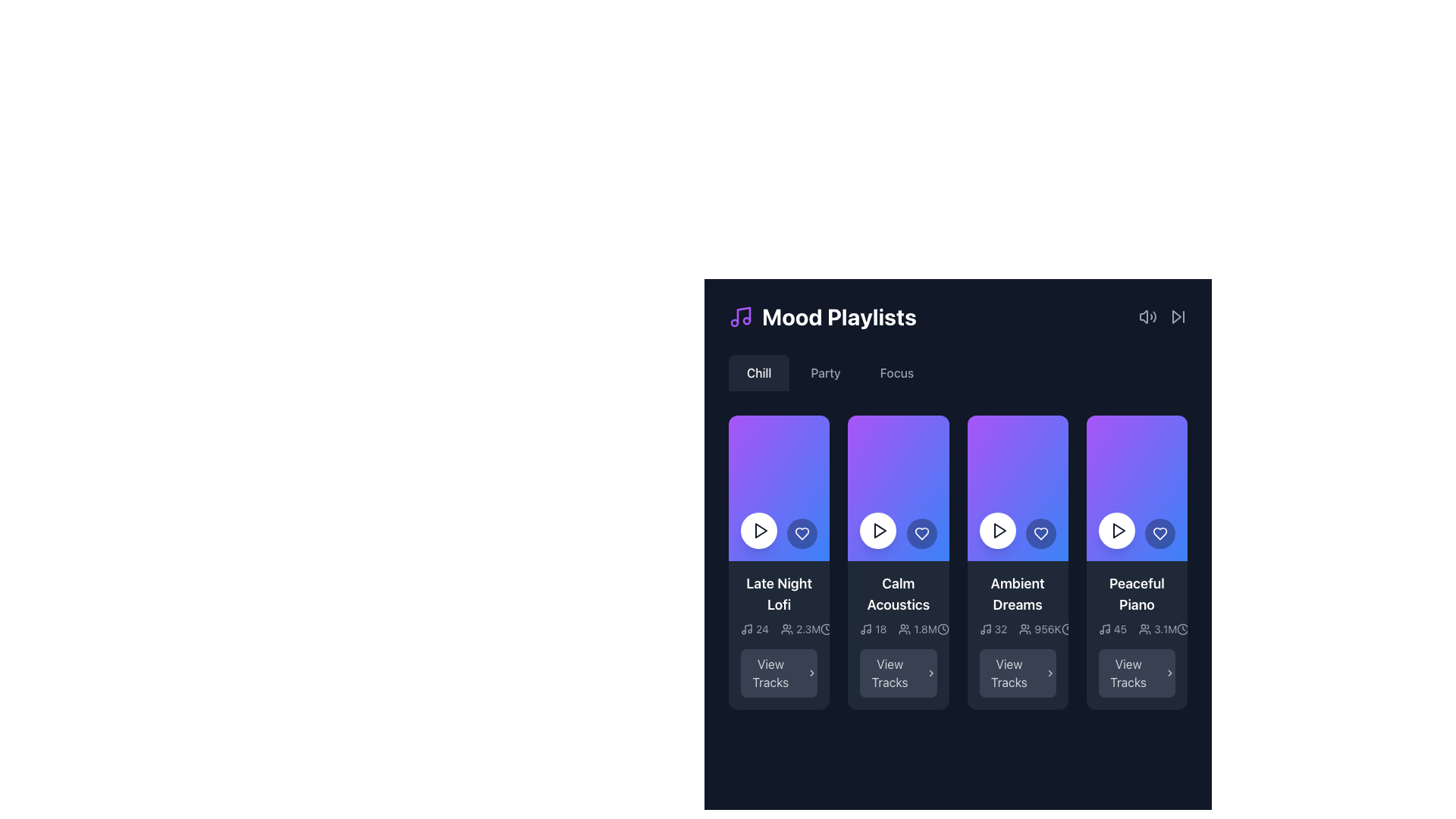 Image resolution: width=1456 pixels, height=819 pixels. Describe the element at coordinates (997, 529) in the screenshot. I see `the play button located in the third card from the left in the horizontally-aligned playlist interface to activate hover animations` at that location.